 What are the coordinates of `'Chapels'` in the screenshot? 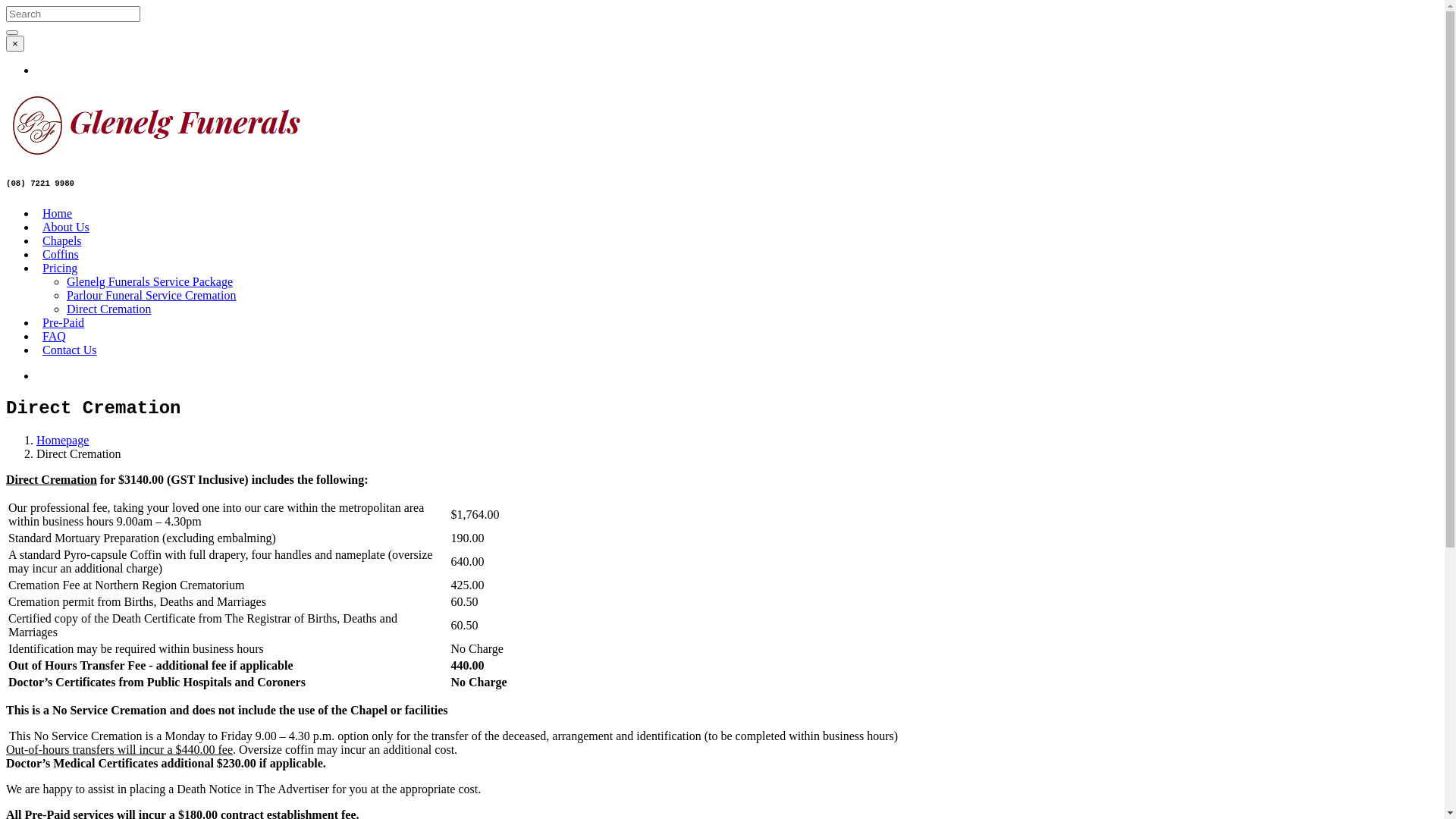 It's located at (61, 240).